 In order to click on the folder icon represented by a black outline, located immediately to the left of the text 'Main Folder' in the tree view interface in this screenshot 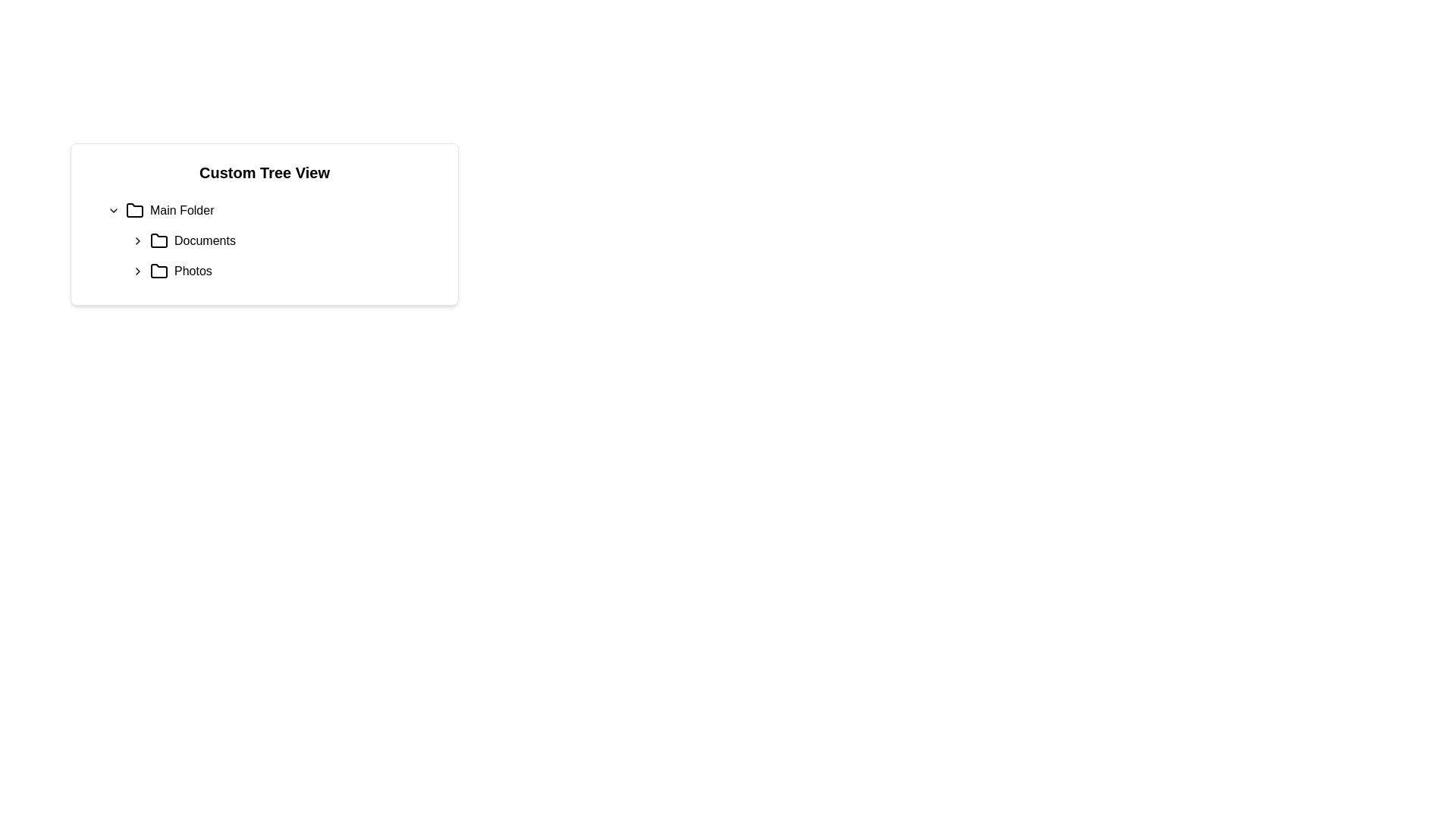, I will do `click(134, 210)`.